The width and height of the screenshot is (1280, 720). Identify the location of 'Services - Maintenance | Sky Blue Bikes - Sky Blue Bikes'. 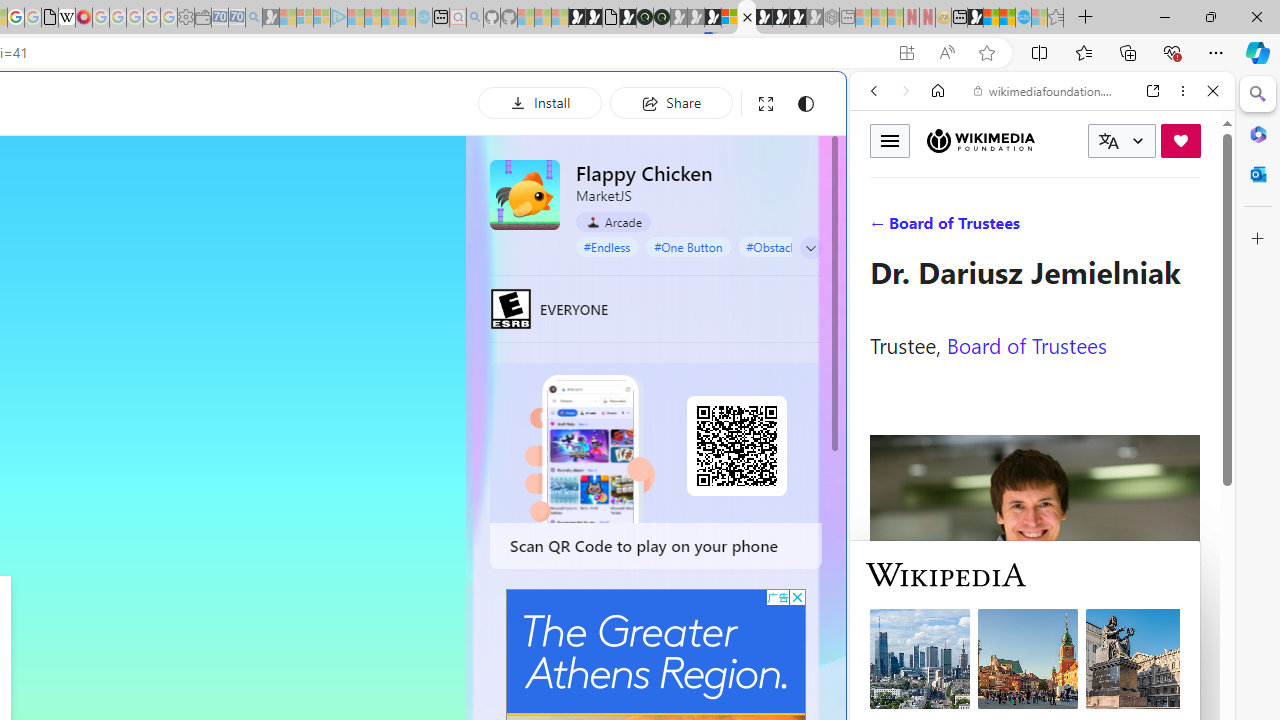
(1023, 17).